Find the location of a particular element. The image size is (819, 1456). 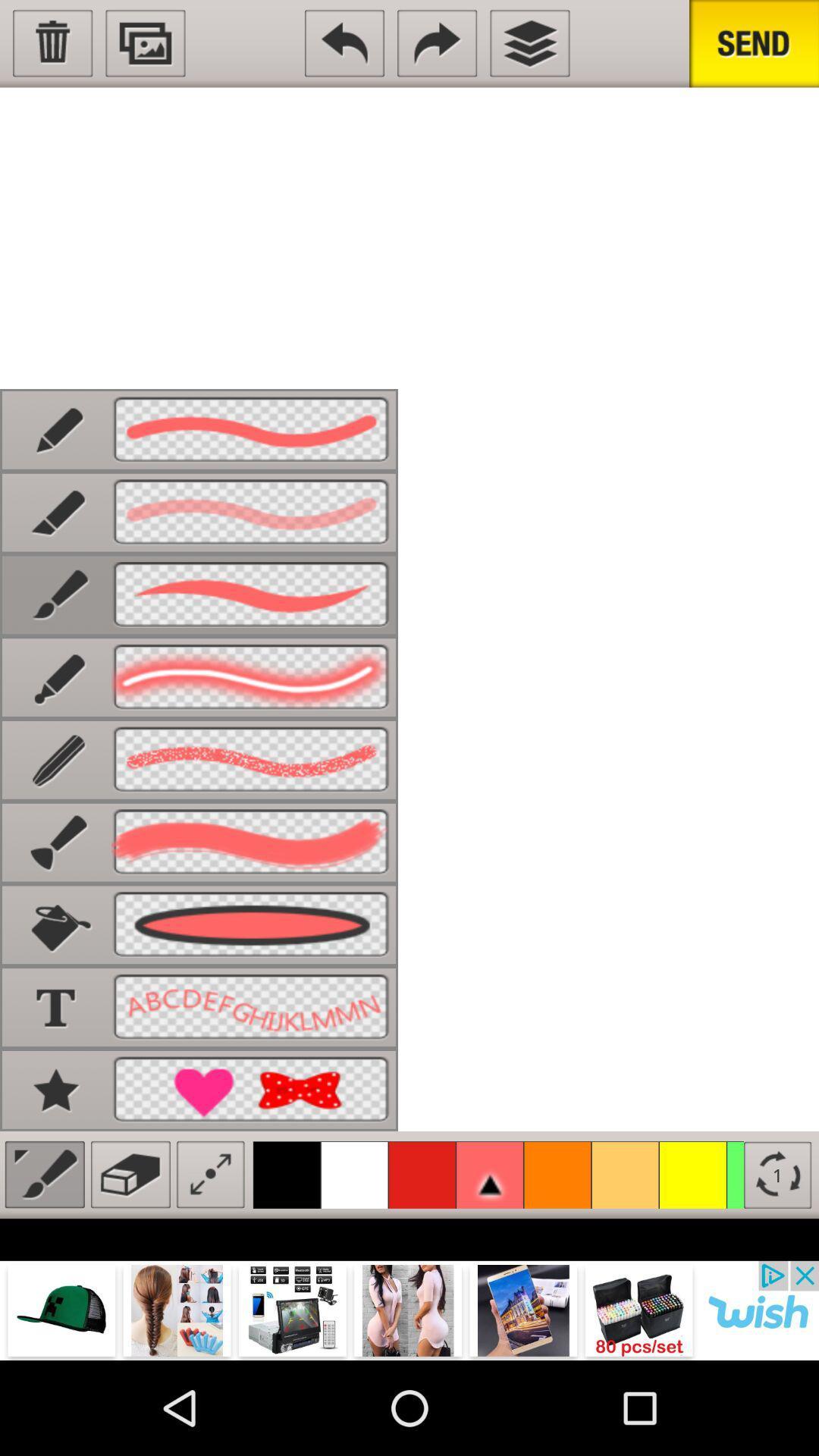

the edit icon is located at coordinates (44, 1174).